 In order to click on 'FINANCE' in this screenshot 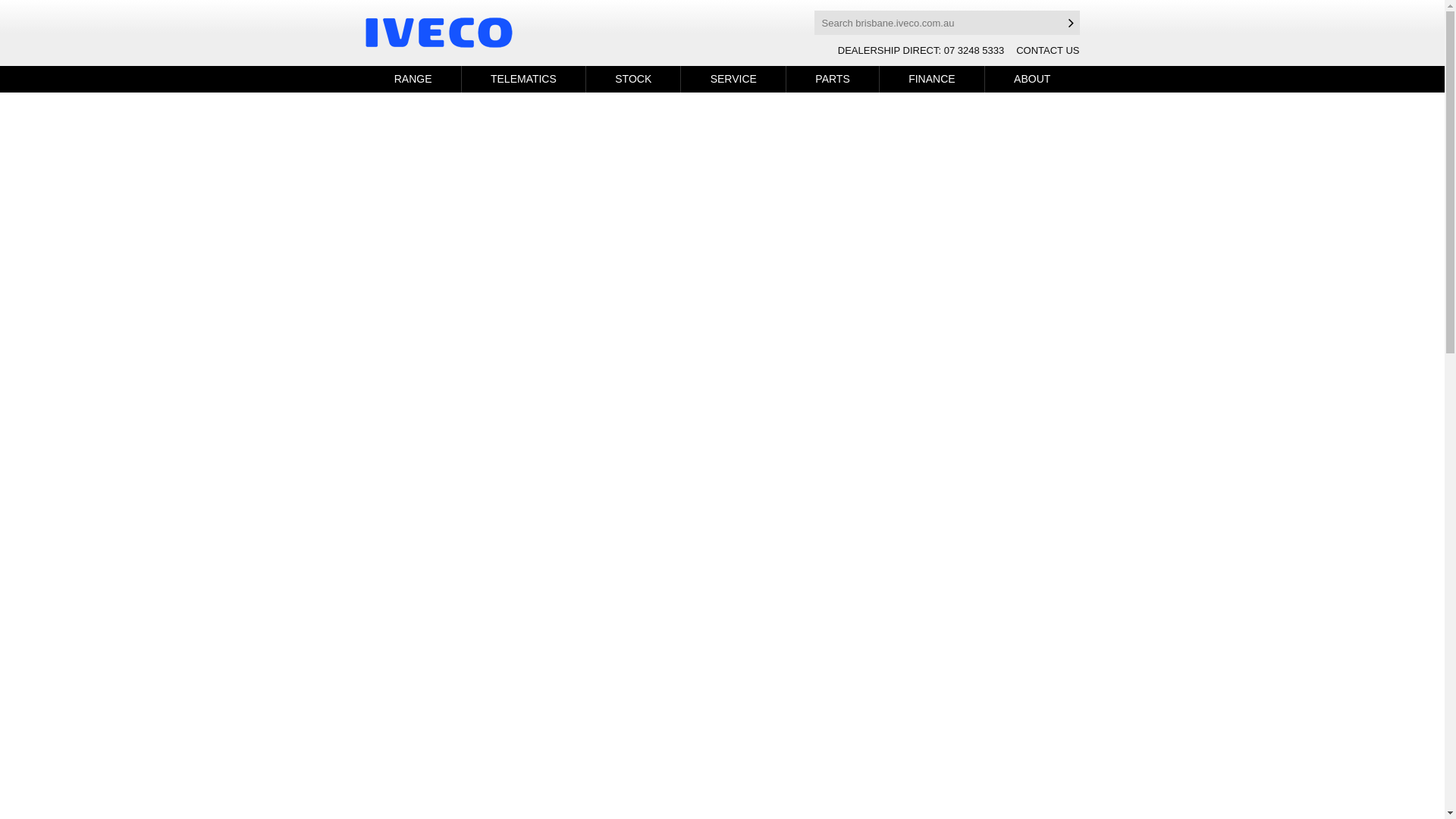, I will do `click(930, 79)`.